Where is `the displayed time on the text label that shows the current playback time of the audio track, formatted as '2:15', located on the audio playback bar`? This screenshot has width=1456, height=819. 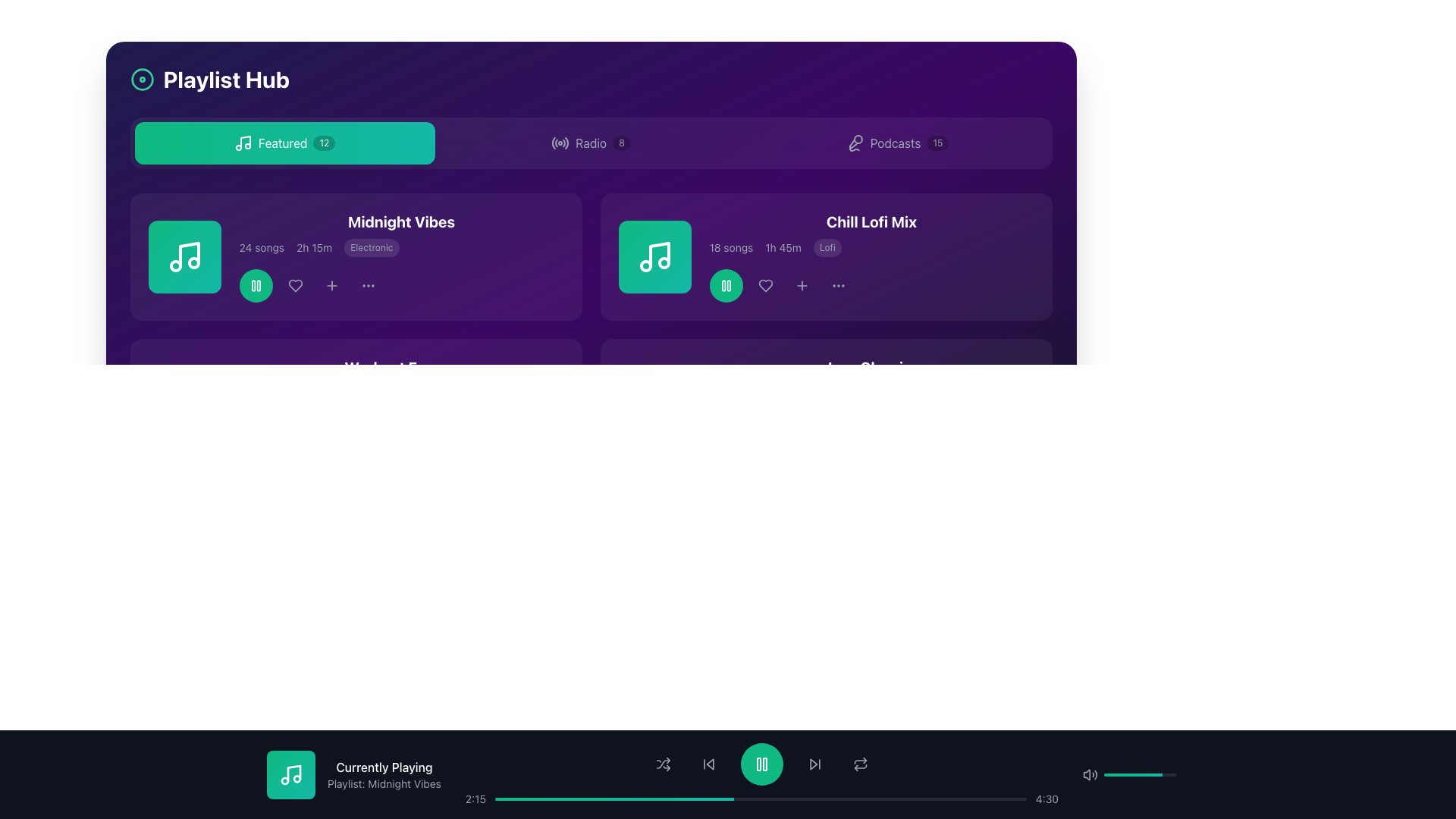 the displayed time on the text label that shows the current playback time of the audio track, formatted as '2:15', located on the audio playback bar is located at coordinates (475, 798).